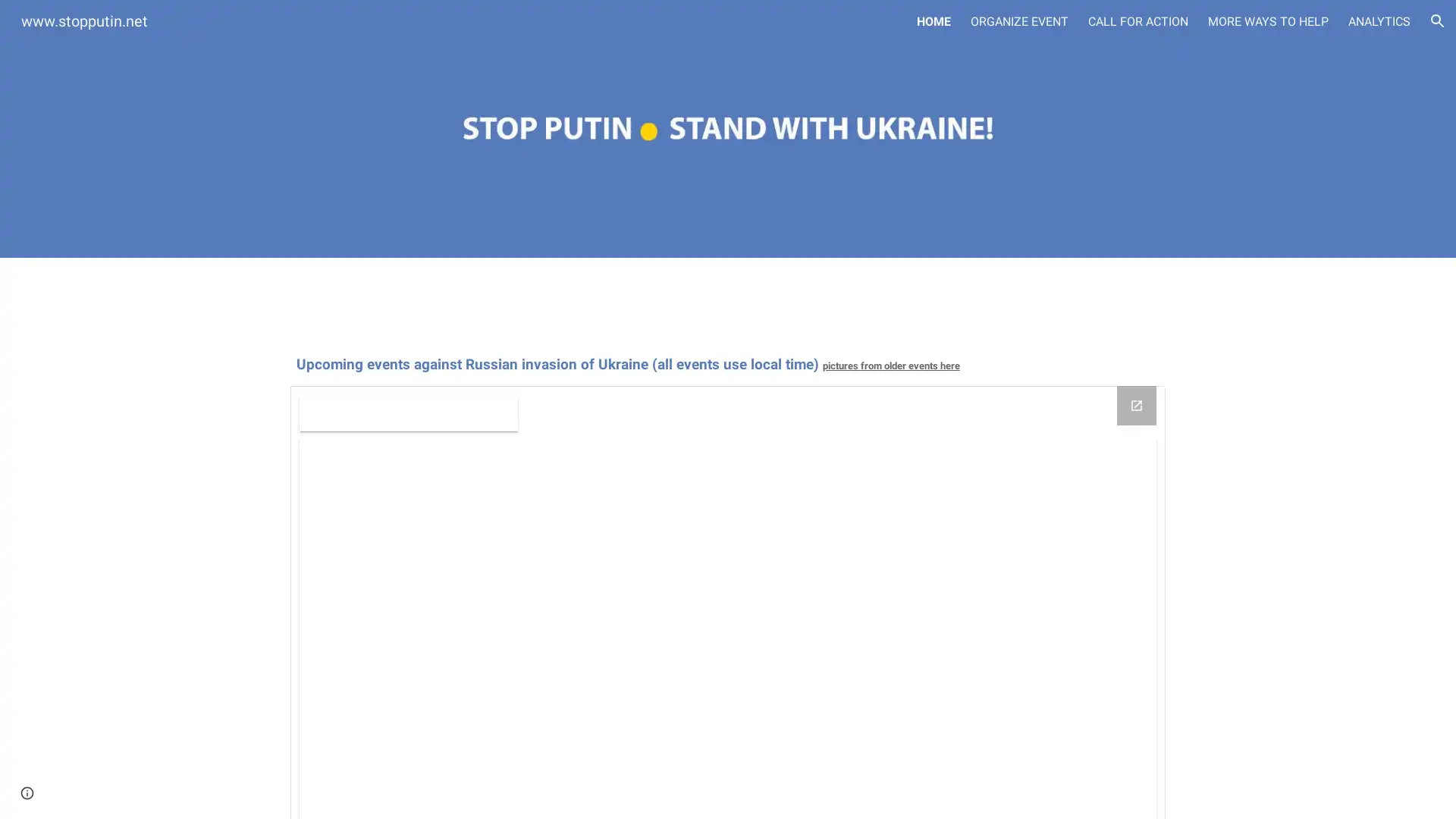 The width and height of the screenshot is (1456, 819). What do you see at coordinates (182, 792) in the screenshot?
I see `Report abuse` at bounding box center [182, 792].